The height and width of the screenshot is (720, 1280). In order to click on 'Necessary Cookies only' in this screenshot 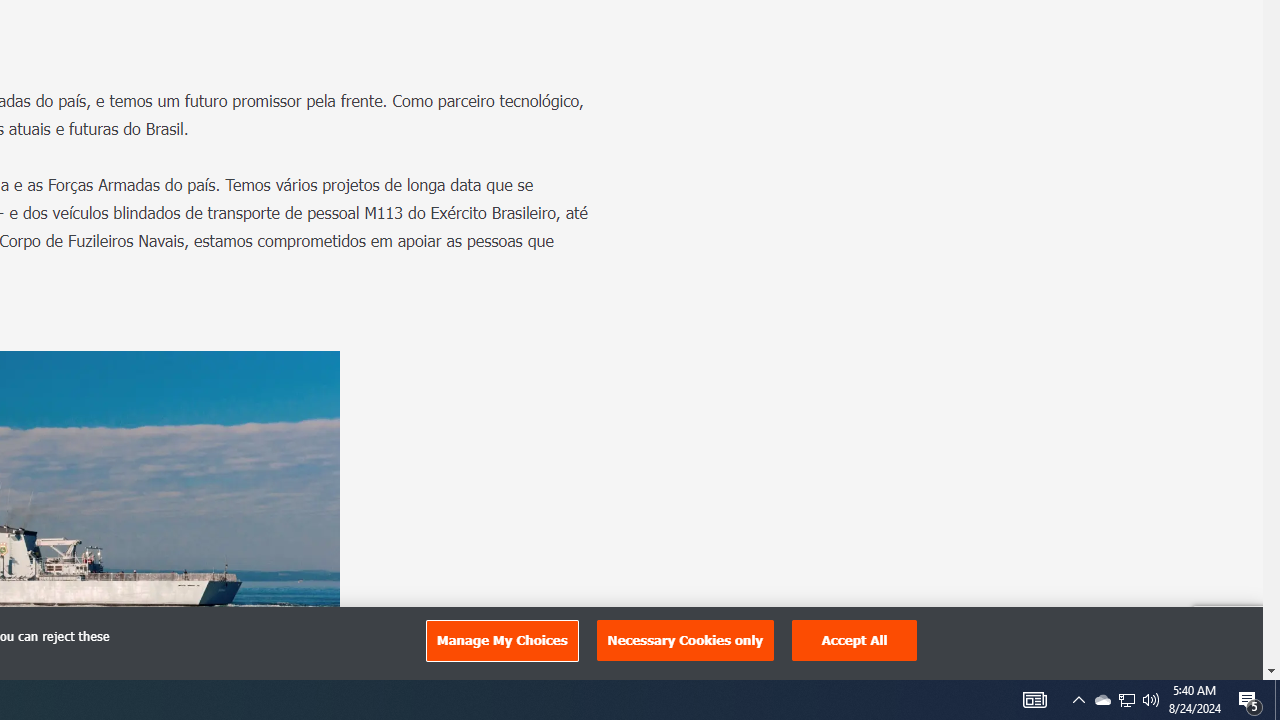, I will do `click(685, 640)`.